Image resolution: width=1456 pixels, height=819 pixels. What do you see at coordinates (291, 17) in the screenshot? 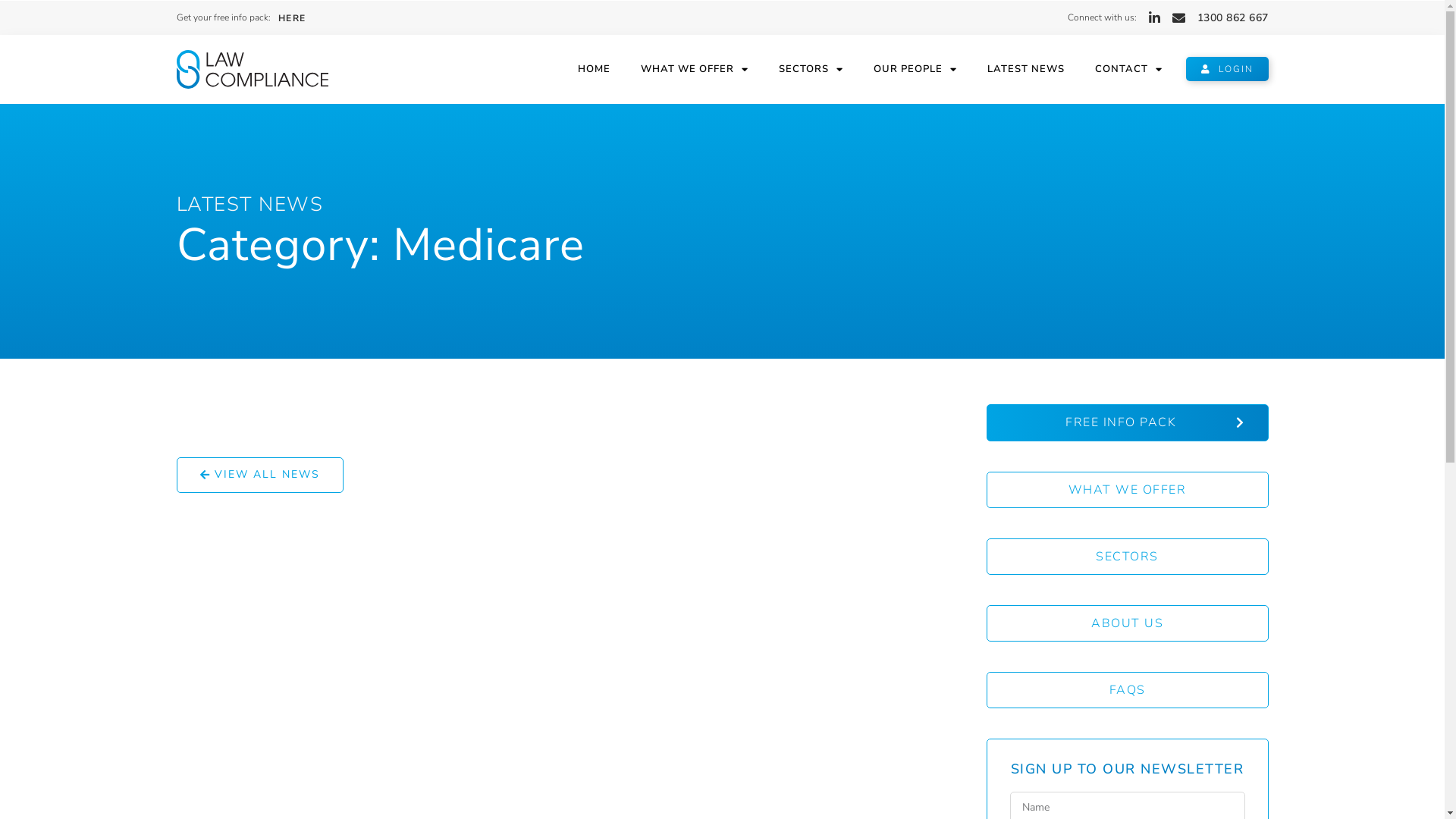
I see `'HERE'` at bounding box center [291, 17].